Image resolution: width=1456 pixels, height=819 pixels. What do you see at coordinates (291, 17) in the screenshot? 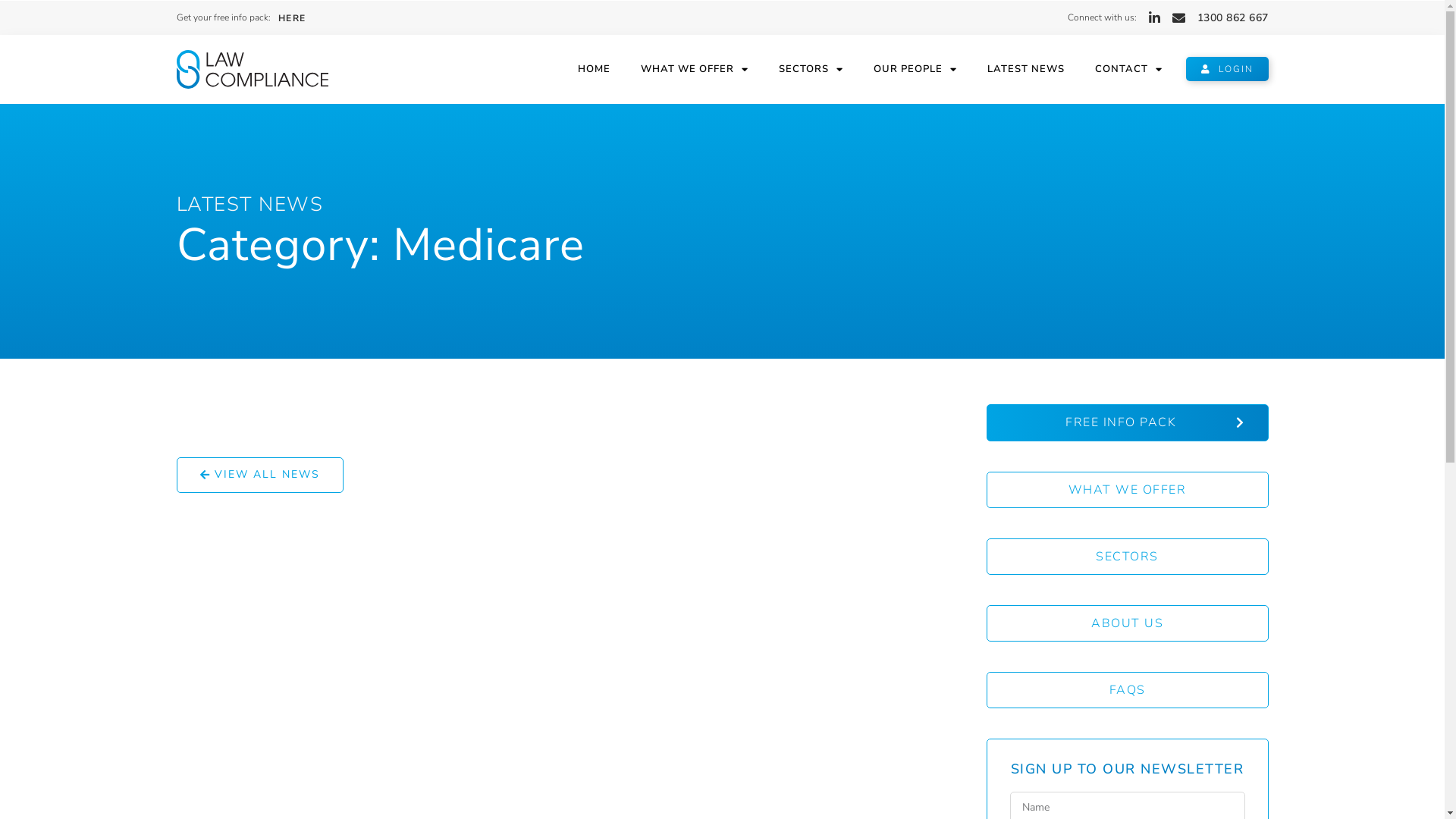
I see `'HERE'` at bounding box center [291, 17].